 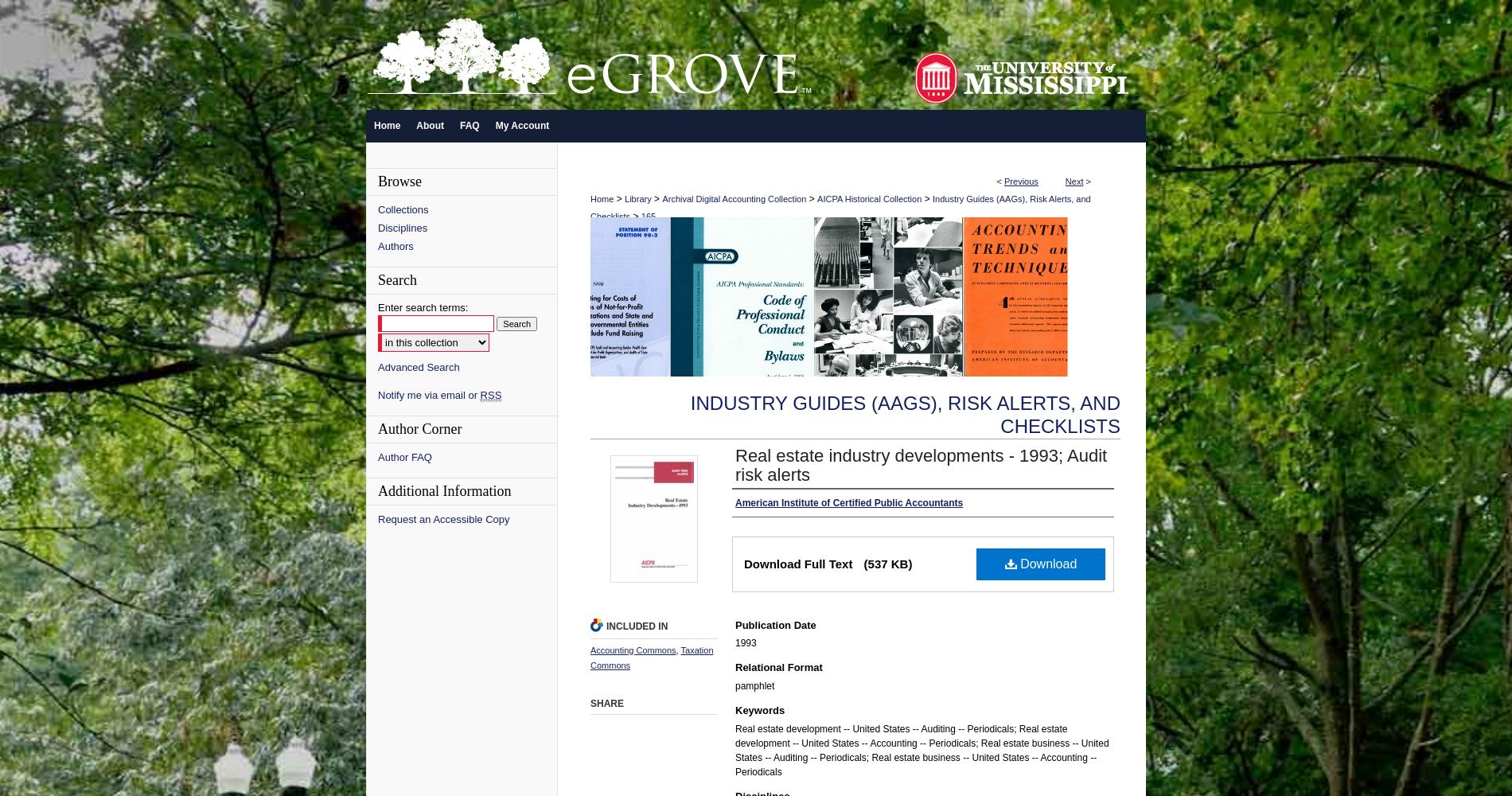 What do you see at coordinates (733, 199) in the screenshot?
I see `'Archival Digital Accounting Collection'` at bounding box center [733, 199].